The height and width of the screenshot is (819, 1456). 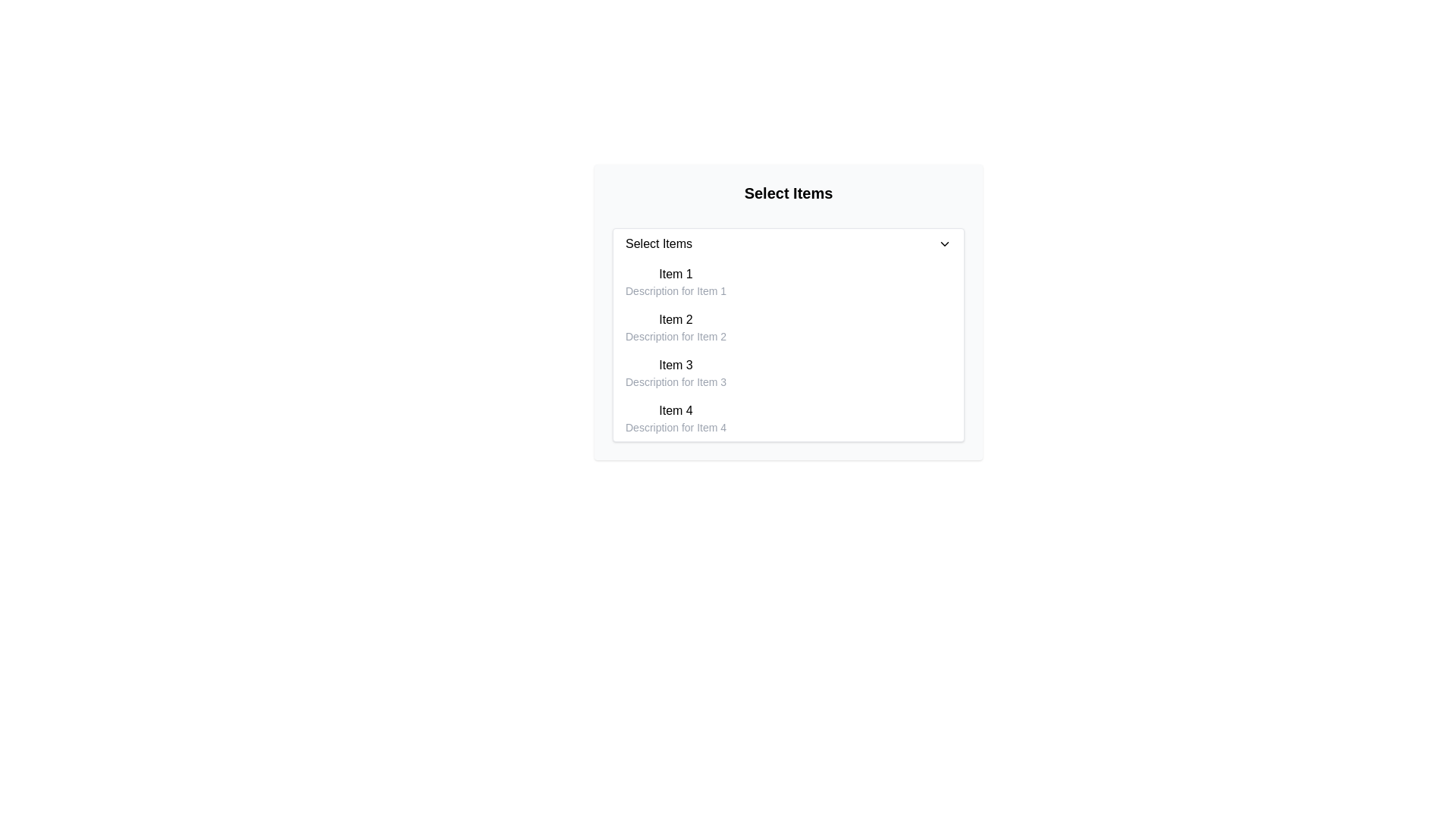 I want to click on the Text label for the second item in the dropdown menu under the header 'Select Items', which identifies 'Item 2', so click(x=675, y=318).